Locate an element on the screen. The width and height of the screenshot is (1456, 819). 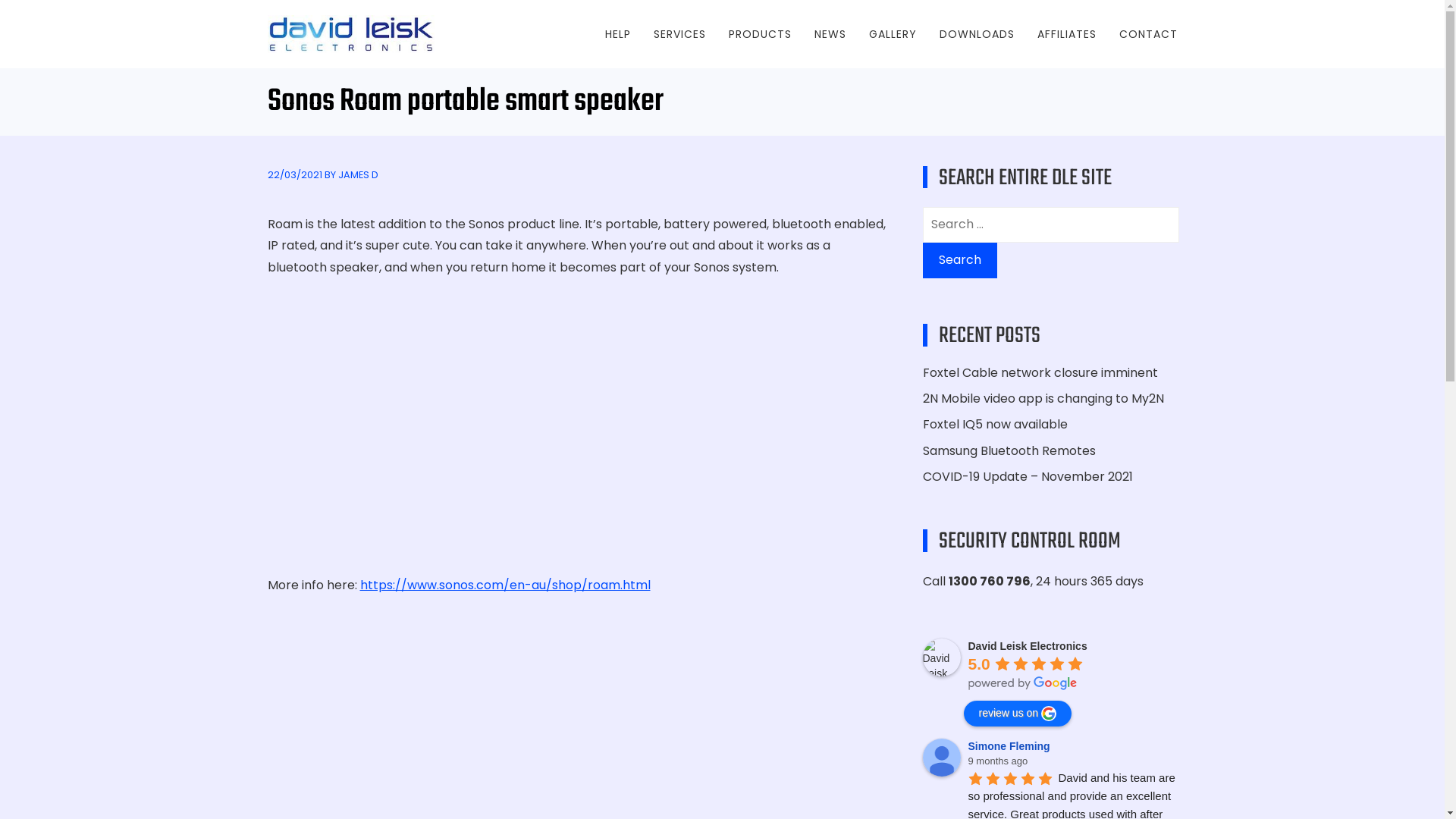
'SERVICES' is located at coordinates (679, 34).